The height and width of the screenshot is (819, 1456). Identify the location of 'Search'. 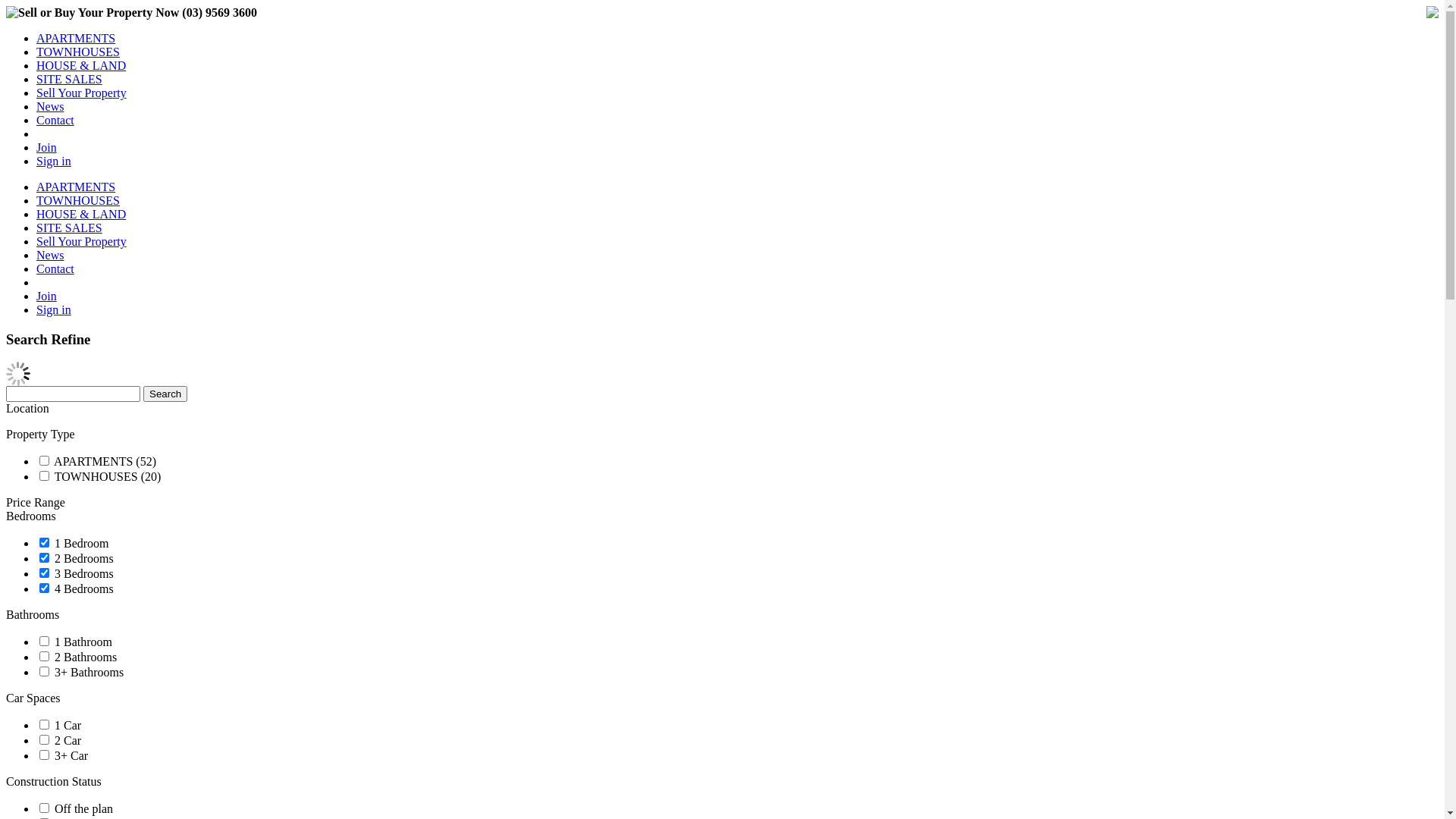
(165, 393).